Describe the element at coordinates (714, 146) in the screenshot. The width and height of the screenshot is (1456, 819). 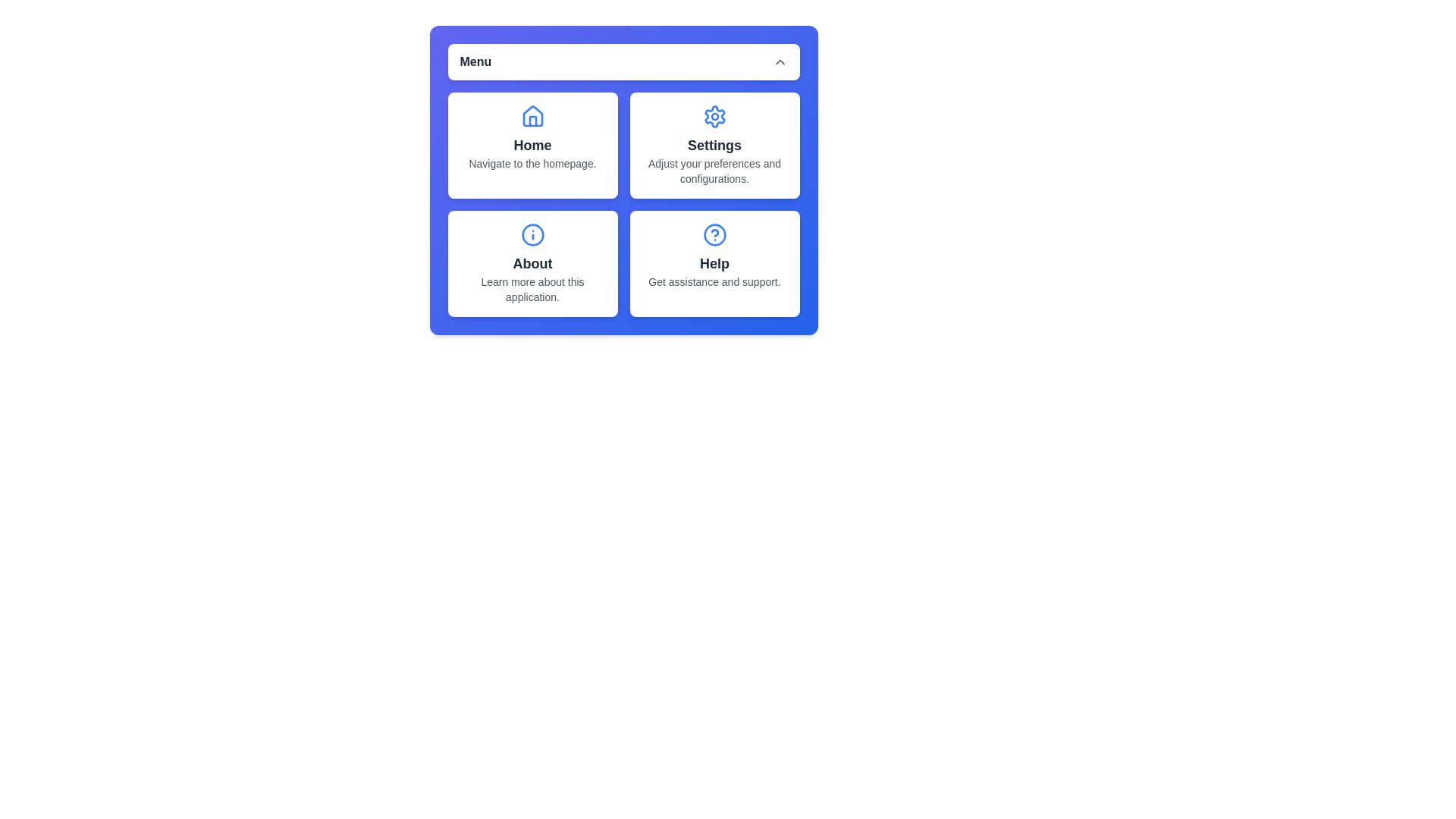
I see `the menu item Settings` at that location.